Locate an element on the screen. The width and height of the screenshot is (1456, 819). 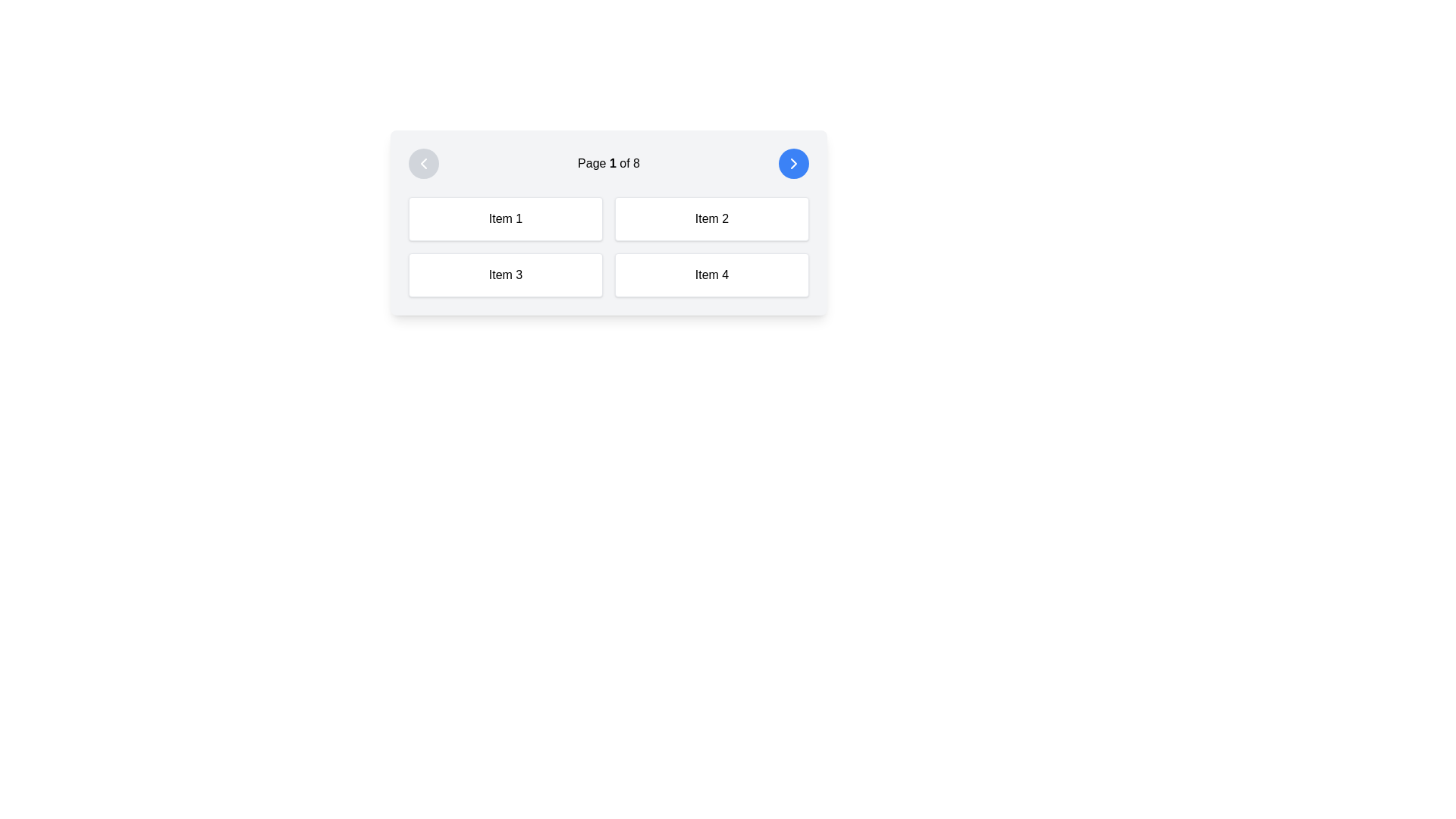
the button labeled 'Item 3' located in the lower left quadrant of the grid is located at coordinates (506, 275).